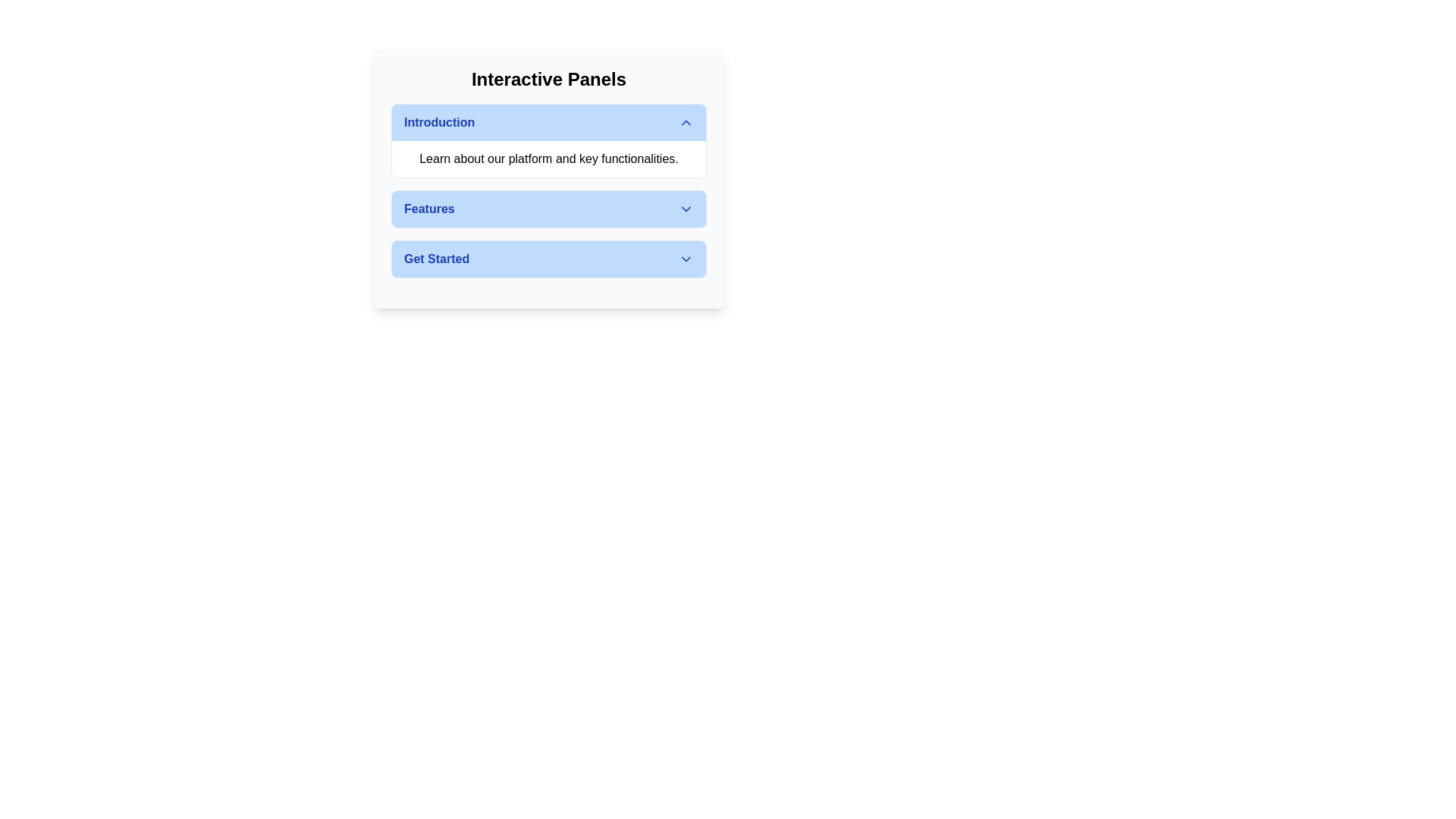 The height and width of the screenshot is (819, 1456). What do you see at coordinates (438, 122) in the screenshot?
I see `the 'Introduction' label which serves as a title for a collapsible panel section` at bounding box center [438, 122].